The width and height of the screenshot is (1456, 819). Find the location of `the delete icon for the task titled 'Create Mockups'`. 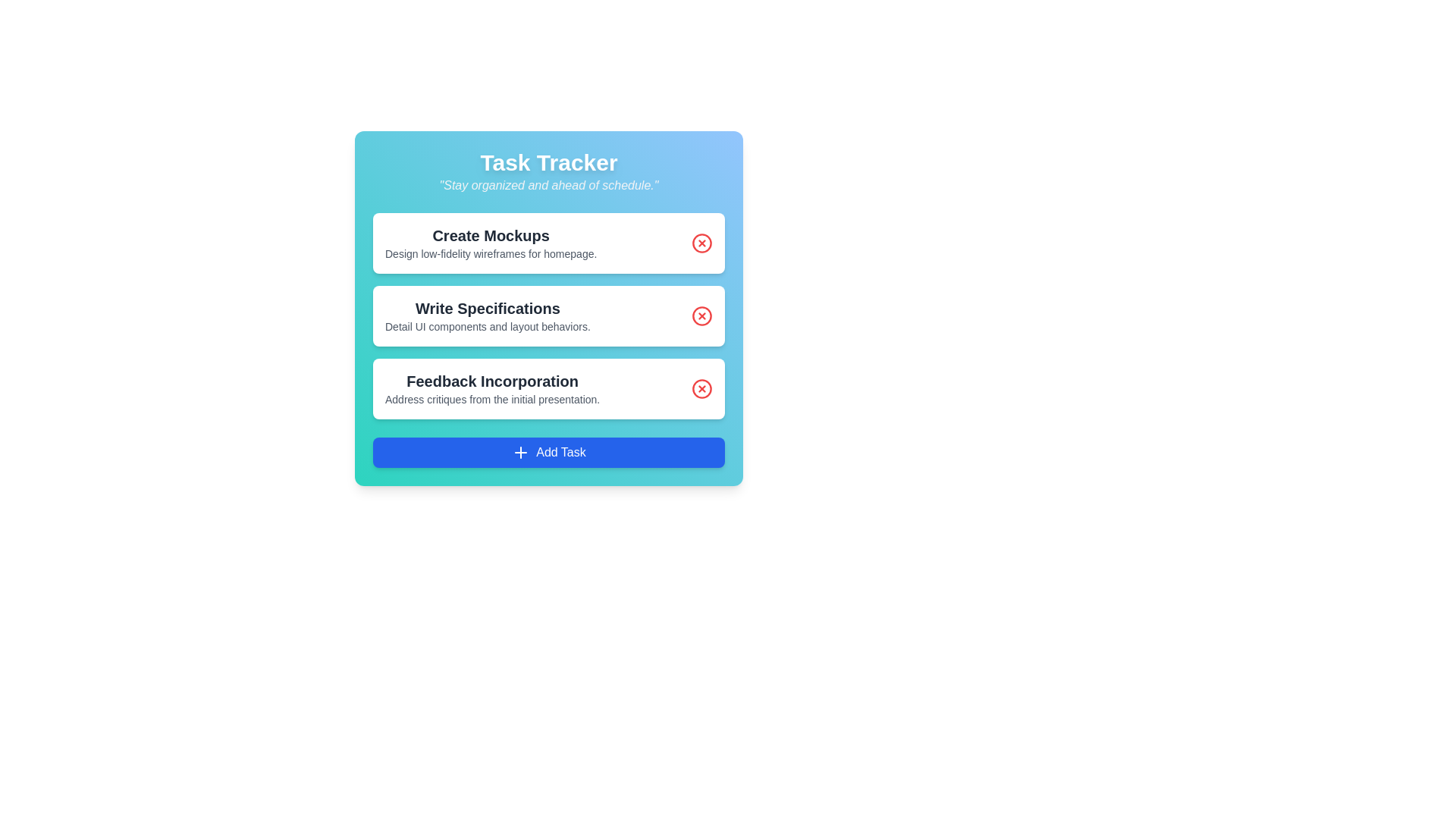

the delete icon for the task titled 'Create Mockups' is located at coordinates (701, 242).